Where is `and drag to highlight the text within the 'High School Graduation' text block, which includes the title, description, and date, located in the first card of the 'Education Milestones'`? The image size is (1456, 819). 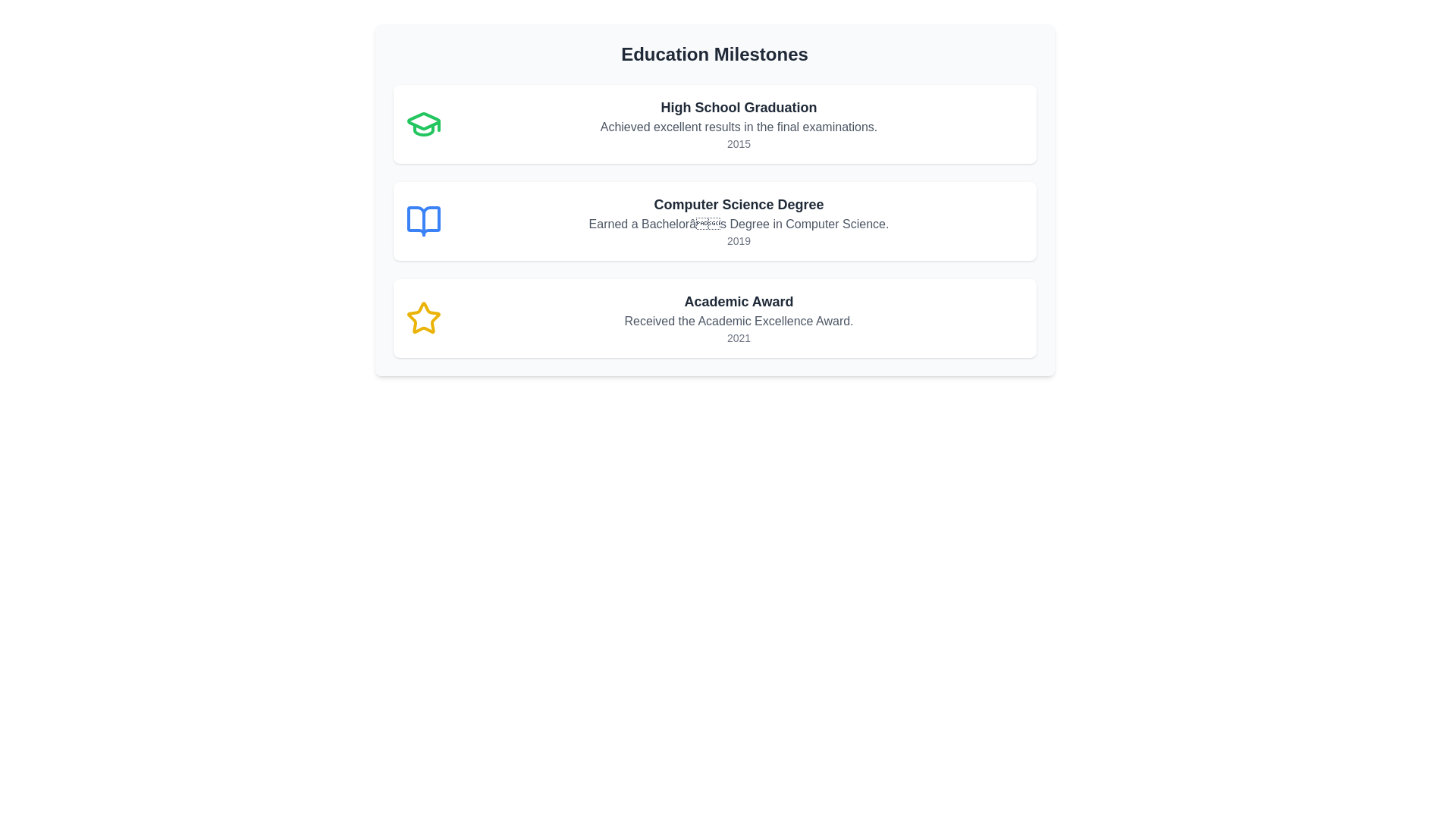 and drag to highlight the text within the 'High School Graduation' text block, which includes the title, description, and date, located in the first card of the 'Education Milestones' is located at coordinates (739, 124).